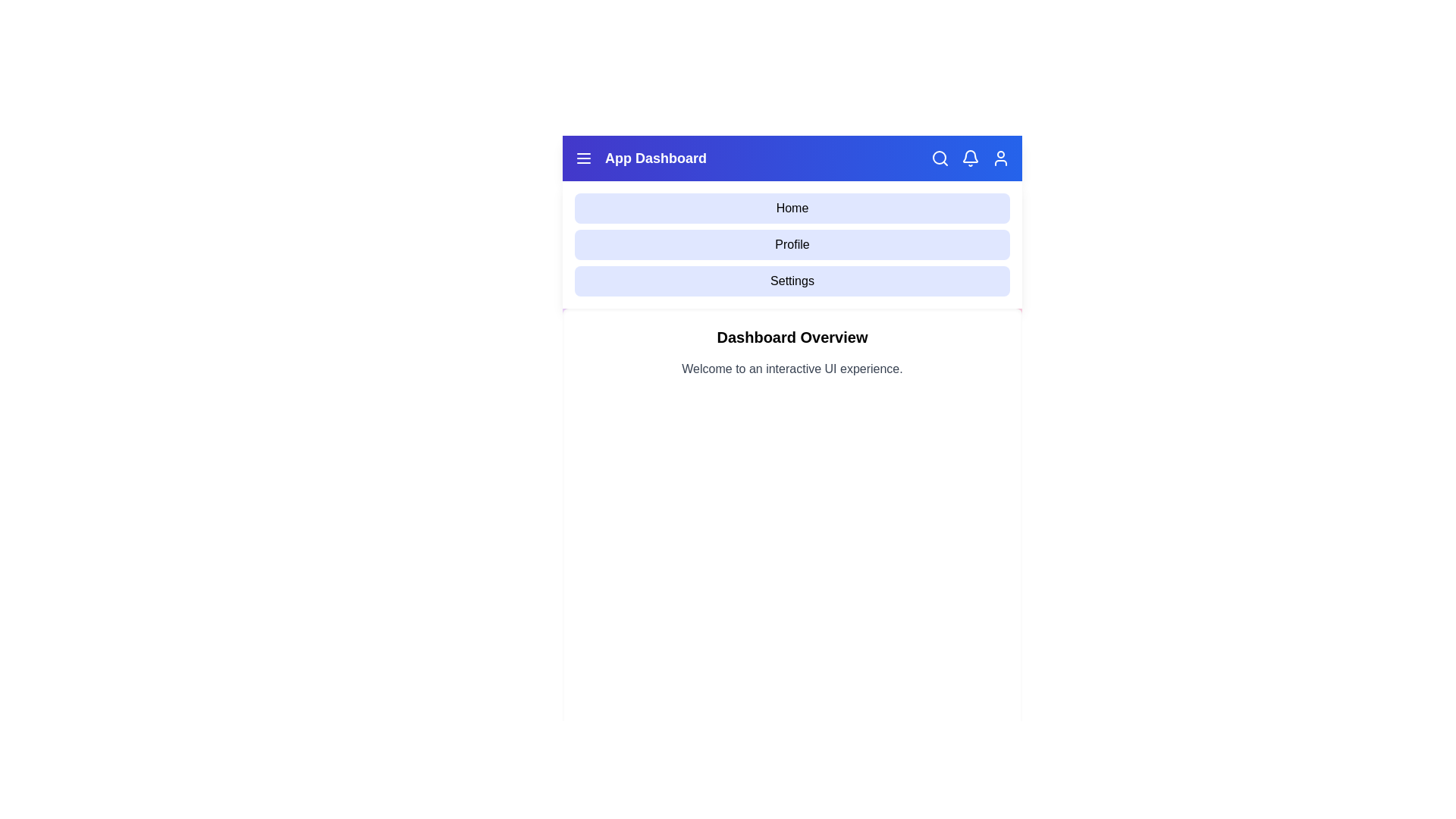  Describe the element at coordinates (792, 281) in the screenshot. I see `the 'Settings' menu option` at that location.